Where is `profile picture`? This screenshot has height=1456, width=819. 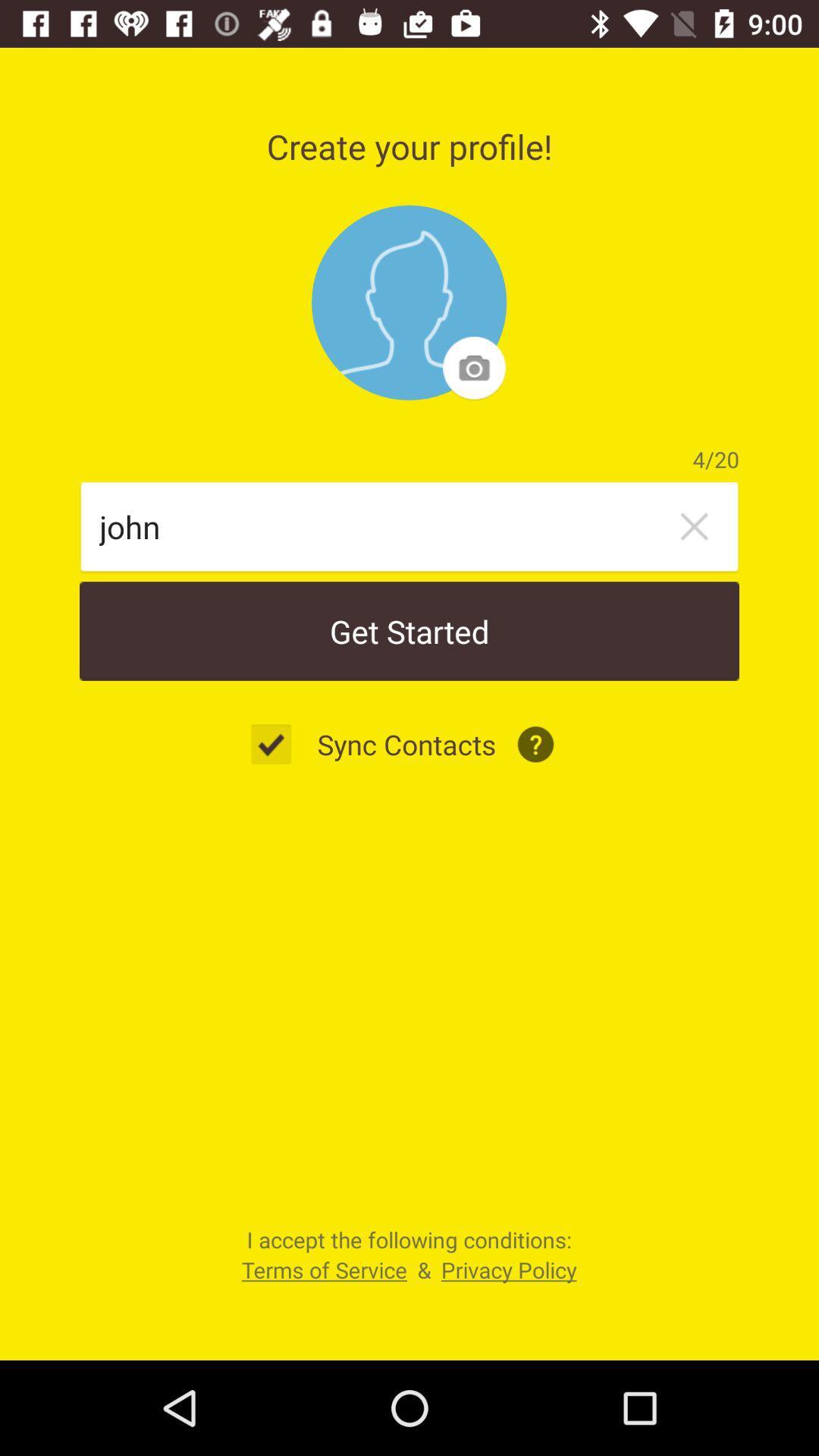 profile picture is located at coordinates (408, 303).